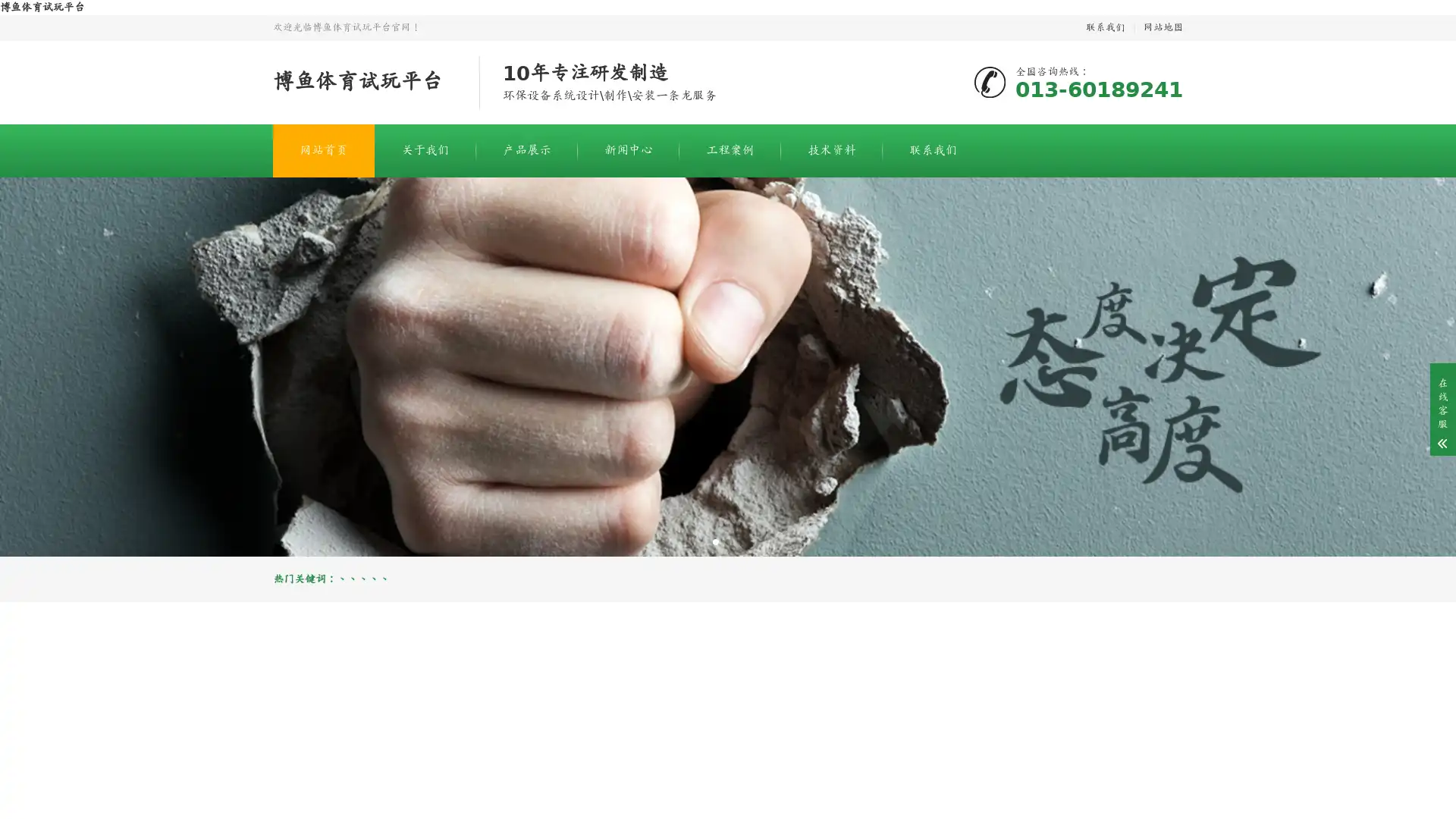 This screenshot has height=819, width=1456. I want to click on Go to slide 1, so click(715, 541).